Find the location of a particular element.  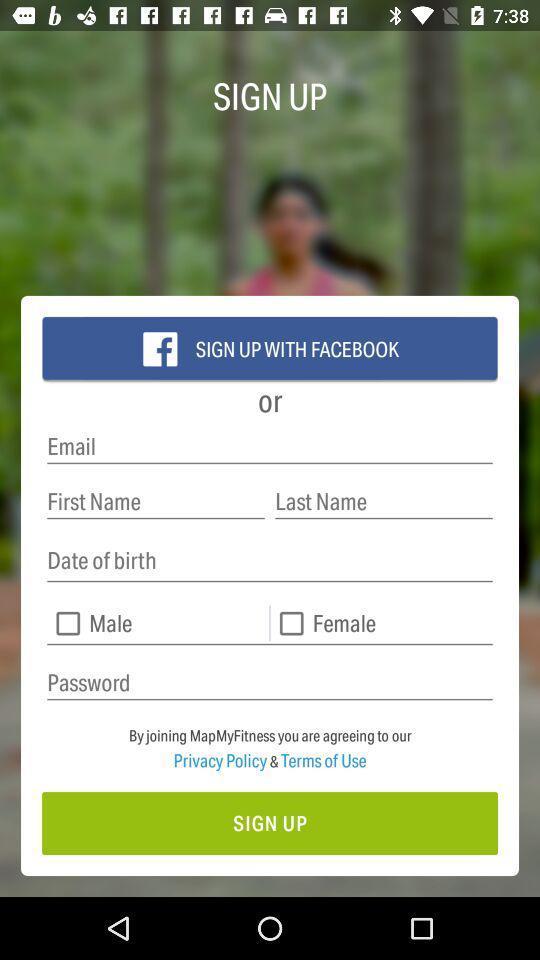

female check box is located at coordinates (381, 622).